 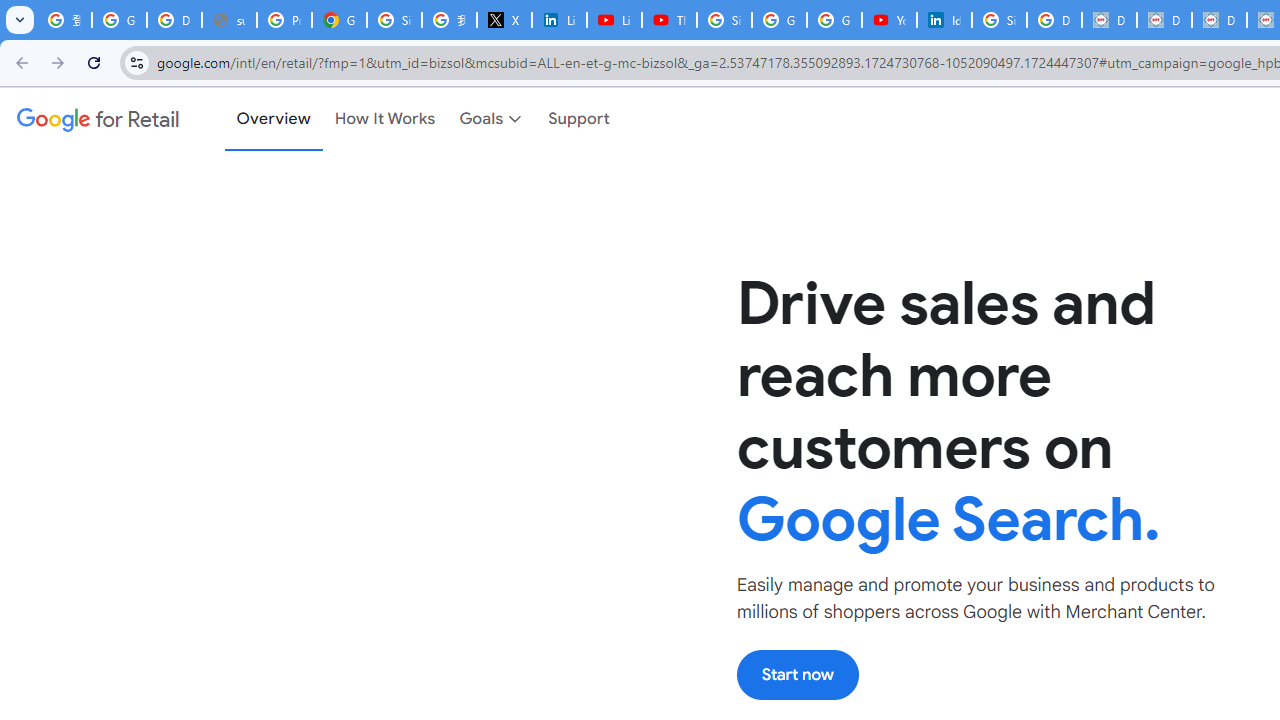 What do you see at coordinates (1108, 20) in the screenshot?
I see `'Data Privacy Framework'` at bounding box center [1108, 20].